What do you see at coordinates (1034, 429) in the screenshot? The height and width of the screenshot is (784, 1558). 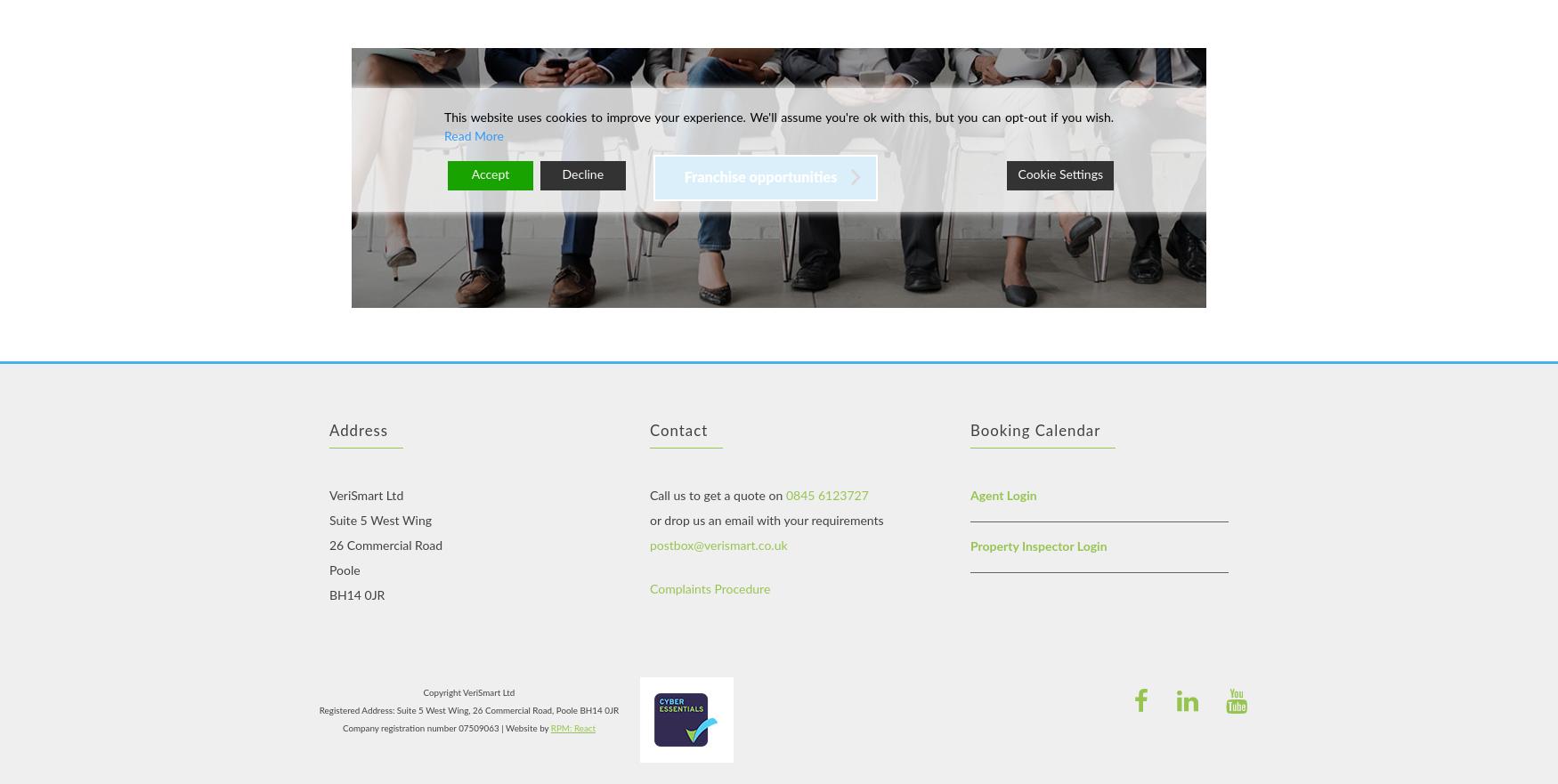 I see `'Booking Calendar'` at bounding box center [1034, 429].